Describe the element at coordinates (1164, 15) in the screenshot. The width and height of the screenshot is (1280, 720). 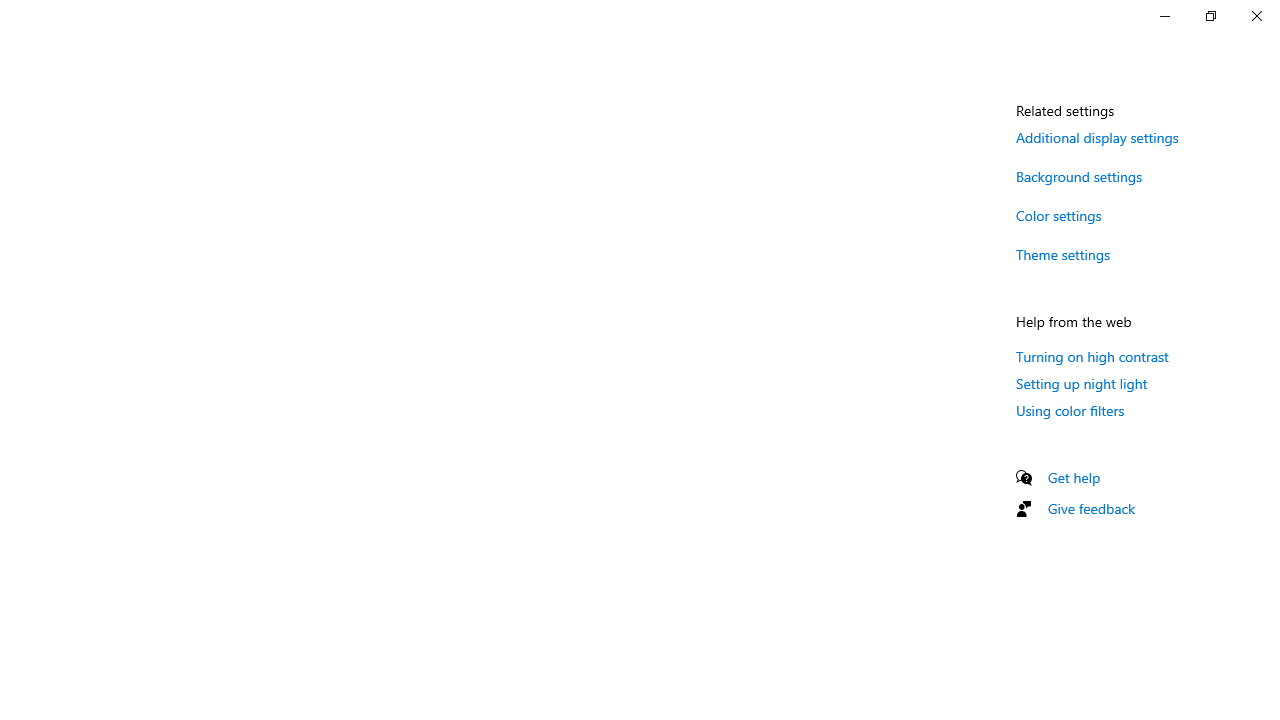
I see `'Minimize Settings'` at that location.